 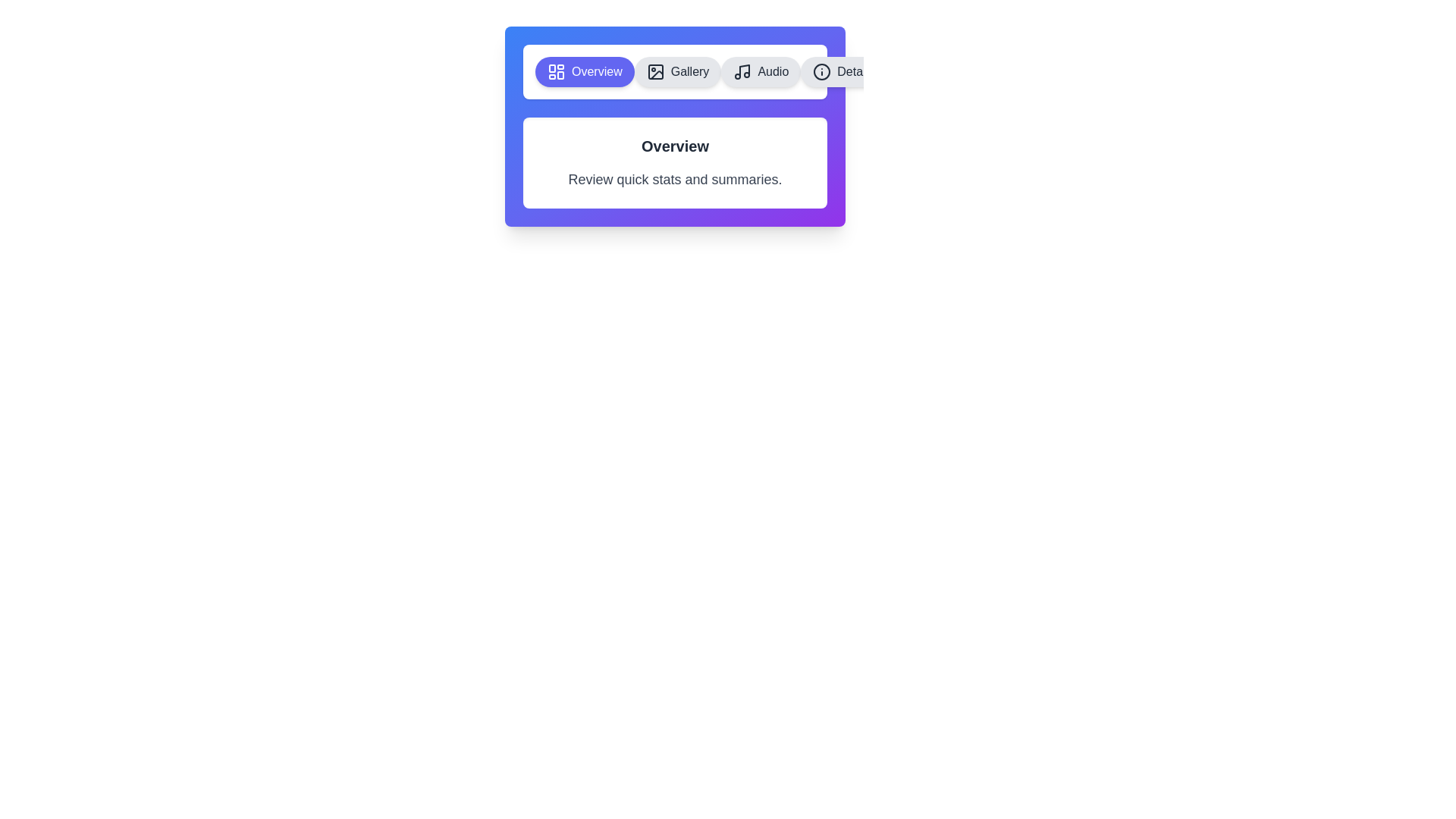 What do you see at coordinates (584, 72) in the screenshot?
I see `the tab labeled Overview` at bounding box center [584, 72].